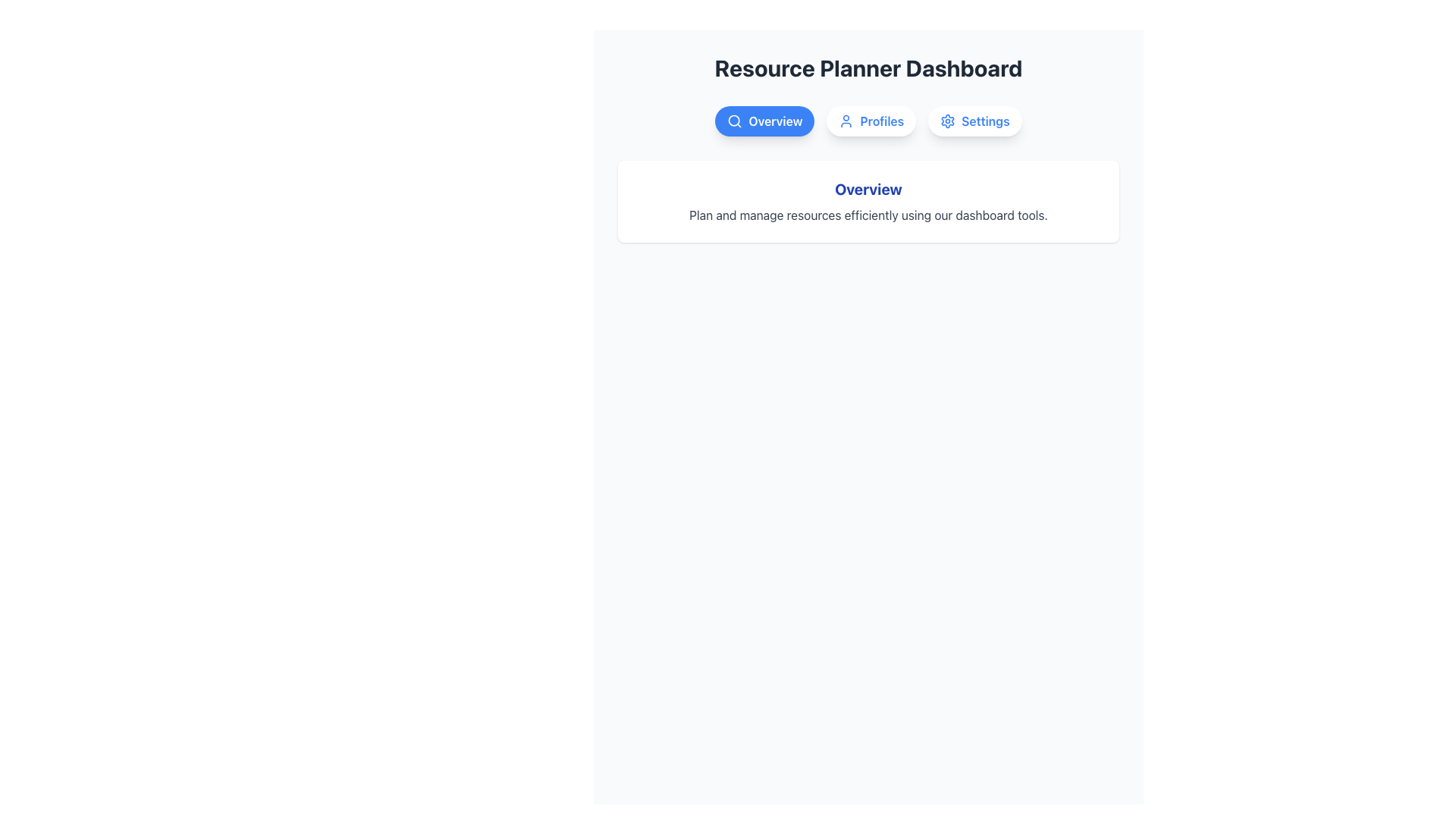 This screenshot has height=819, width=1456. What do you see at coordinates (846, 120) in the screenshot?
I see `the user profile icon, which is a circular head and shoulders shape in blue stroke color, located to the left of the text 'Profiles' in a button-like element` at bounding box center [846, 120].